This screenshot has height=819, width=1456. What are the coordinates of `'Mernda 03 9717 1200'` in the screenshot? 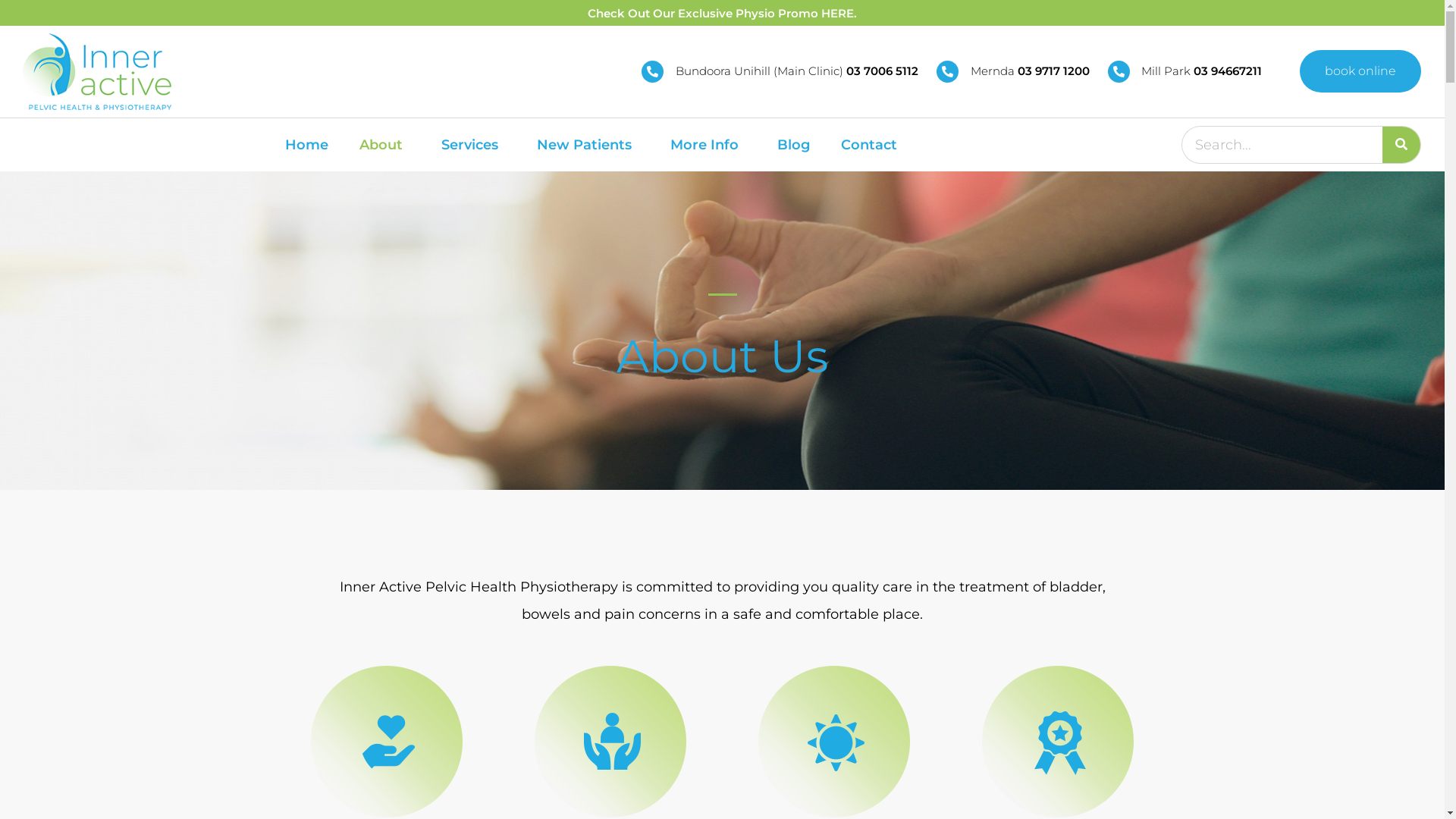 It's located at (1012, 71).